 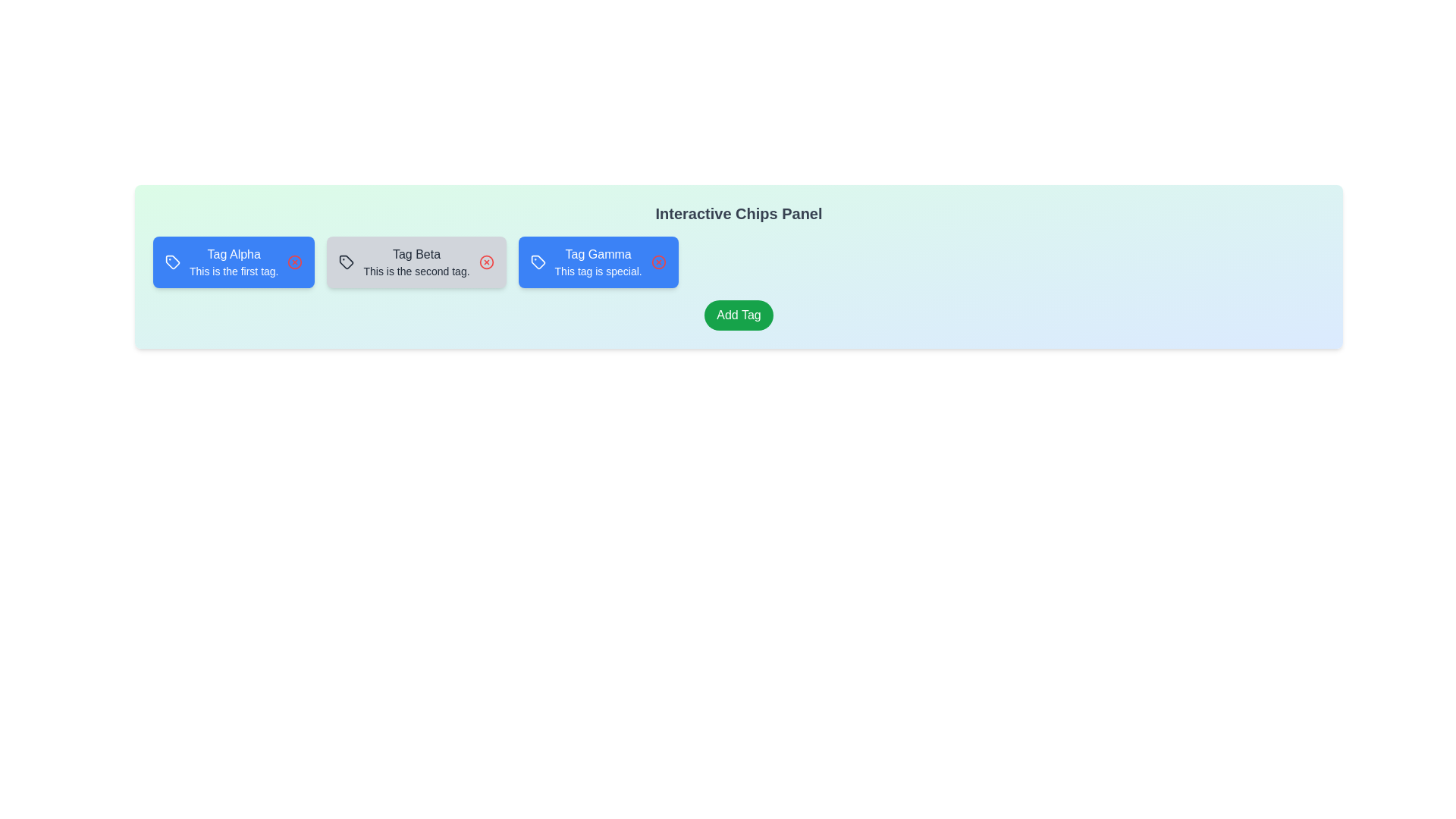 I want to click on the red close button of the chip labeled Tag Beta, so click(x=486, y=262).